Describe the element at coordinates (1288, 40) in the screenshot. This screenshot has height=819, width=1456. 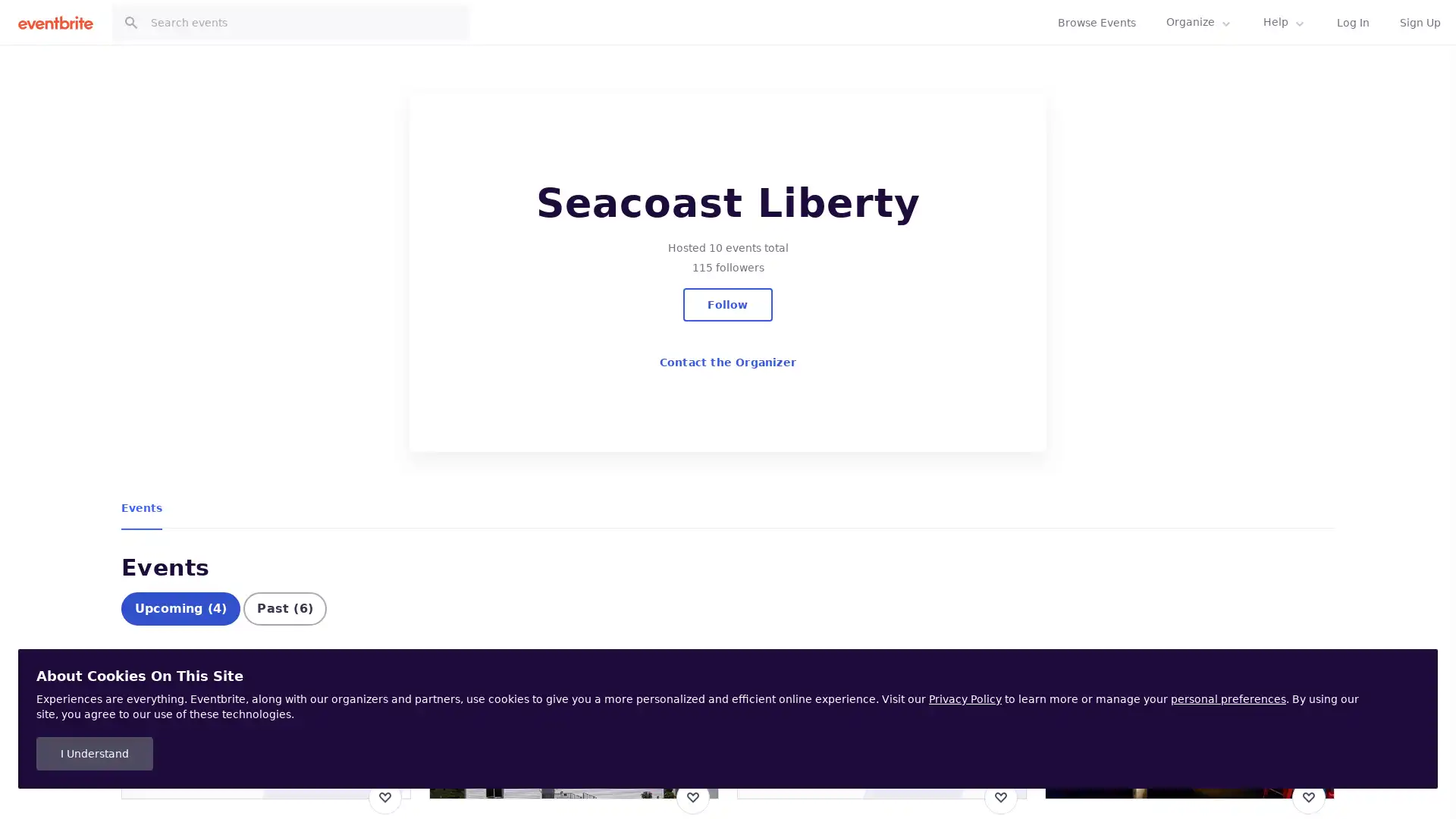
I see `Follow` at that location.